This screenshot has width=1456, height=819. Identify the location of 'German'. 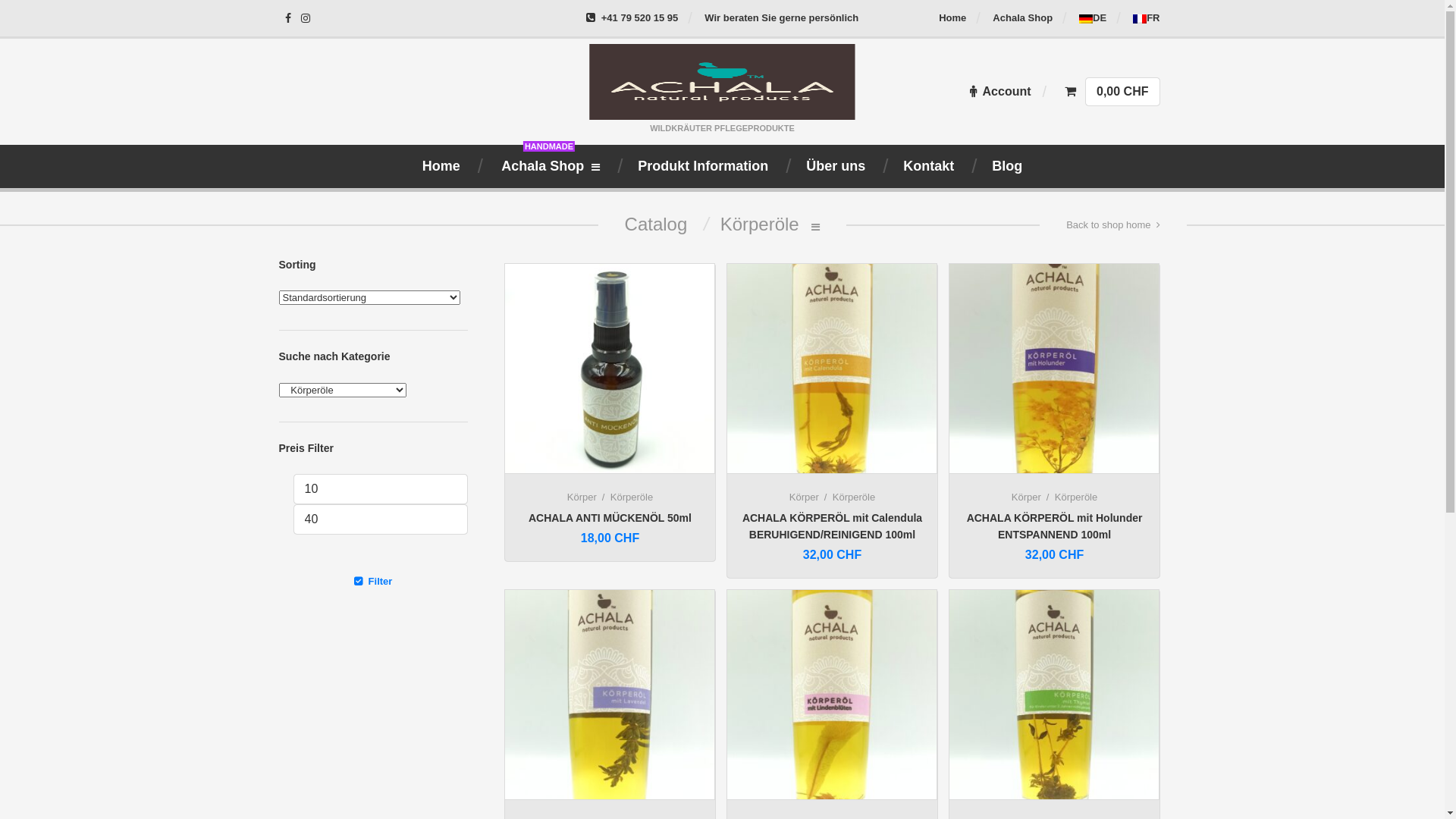
(1078, 18).